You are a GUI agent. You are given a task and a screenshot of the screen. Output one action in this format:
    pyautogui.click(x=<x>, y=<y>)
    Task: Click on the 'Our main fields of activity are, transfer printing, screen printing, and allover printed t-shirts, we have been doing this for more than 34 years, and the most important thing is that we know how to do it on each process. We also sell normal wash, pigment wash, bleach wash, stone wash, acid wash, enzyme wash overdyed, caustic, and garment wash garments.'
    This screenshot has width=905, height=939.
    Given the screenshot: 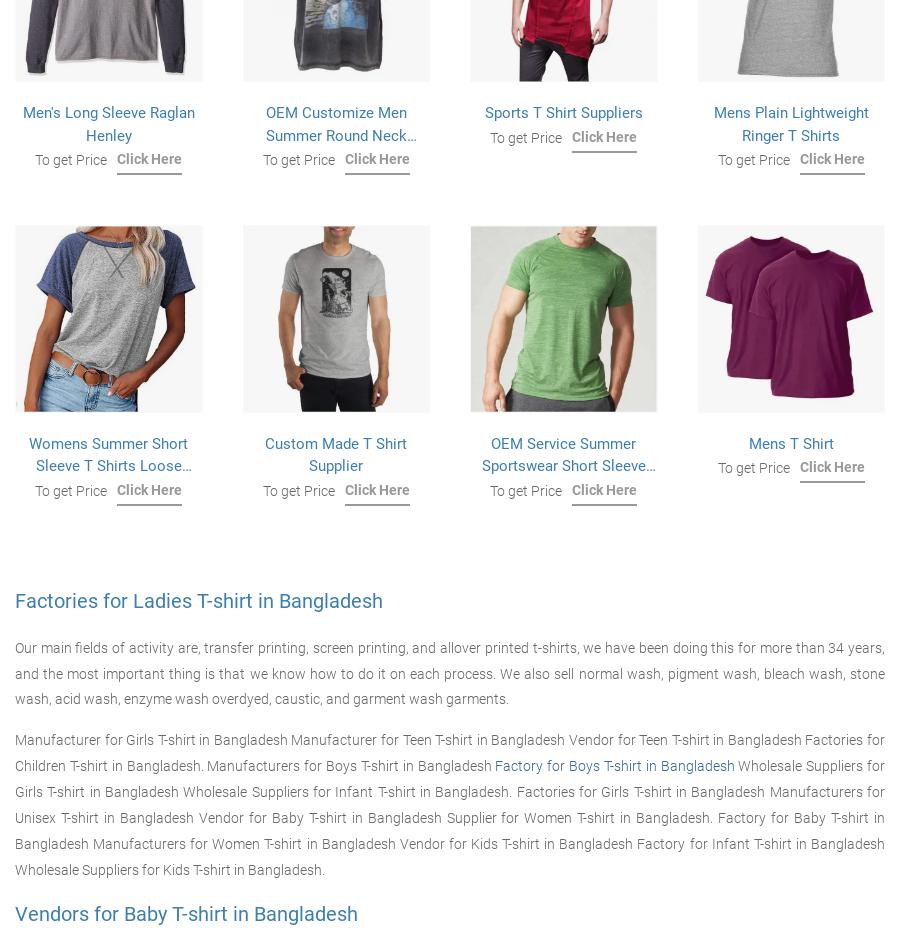 What is the action you would take?
    pyautogui.click(x=448, y=672)
    